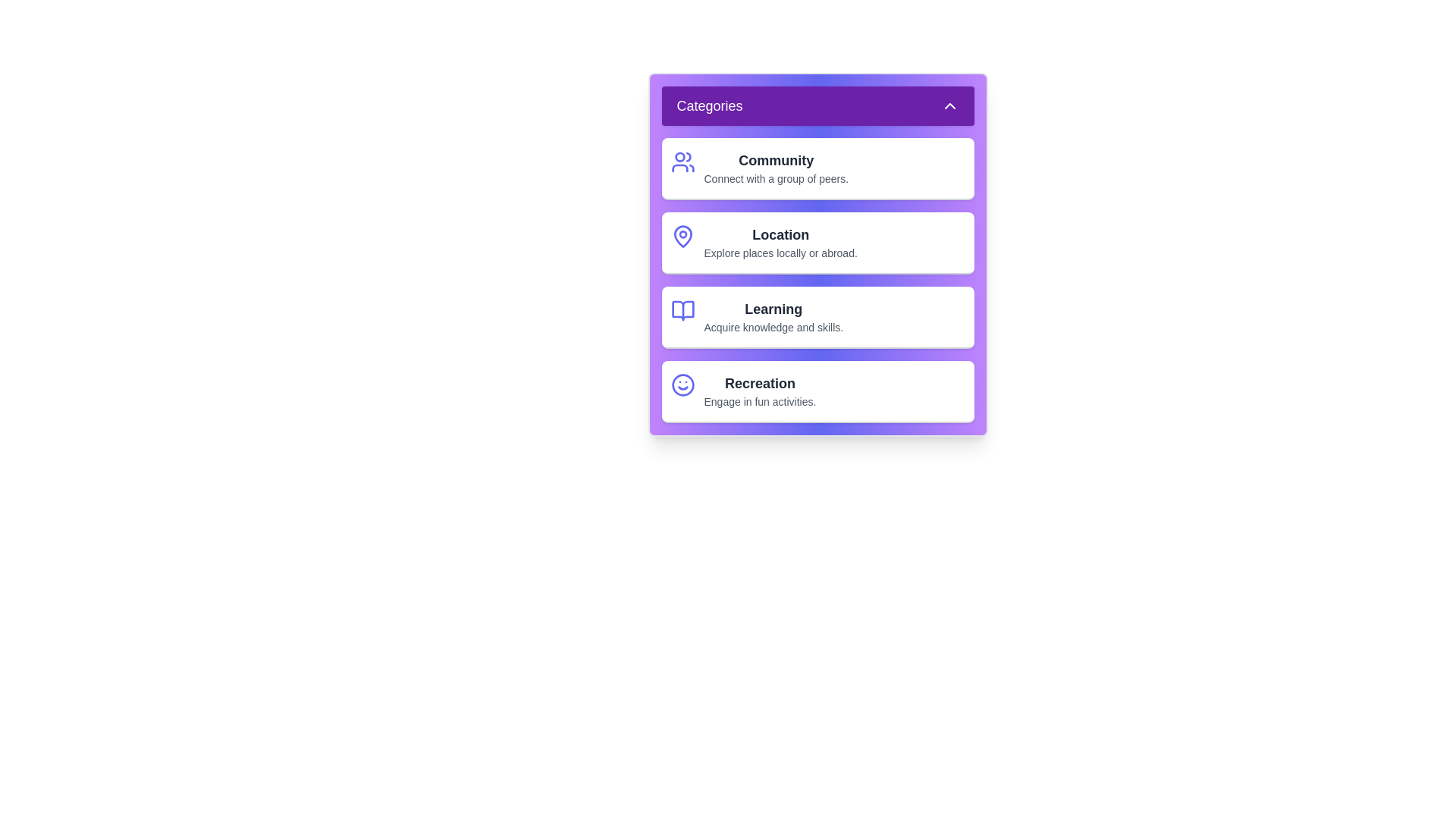  Describe the element at coordinates (817, 317) in the screenshot. I see `the category item Learning to interact with it` at that location.